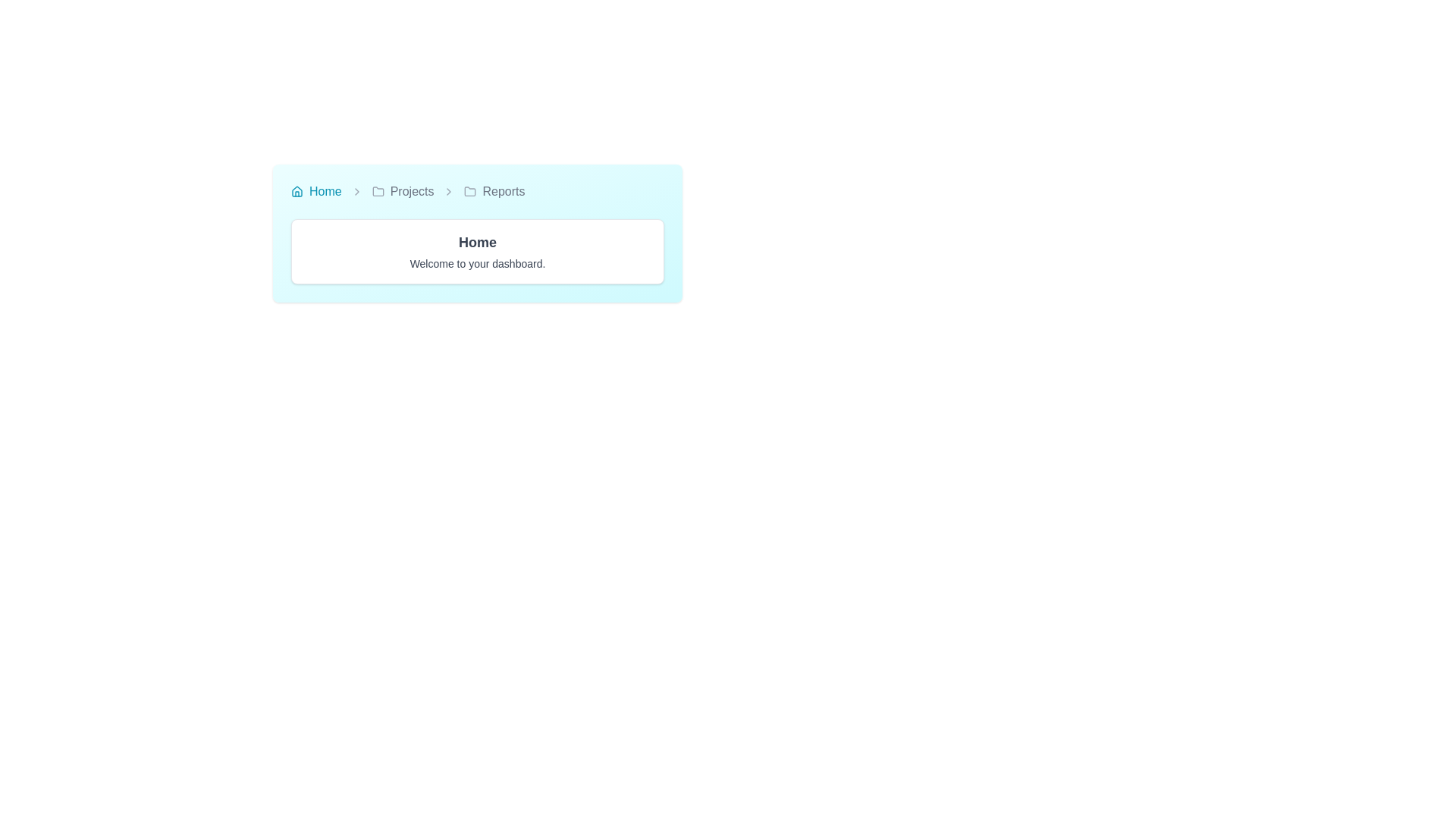 Image resolution: width=1456 pixels, height=819 pixels. I want to click on the rightward chevron icon in the breadcrumb navigation bar, which is located between 'Projects' and 'Reports' labels in the header section, so click(448, 191).